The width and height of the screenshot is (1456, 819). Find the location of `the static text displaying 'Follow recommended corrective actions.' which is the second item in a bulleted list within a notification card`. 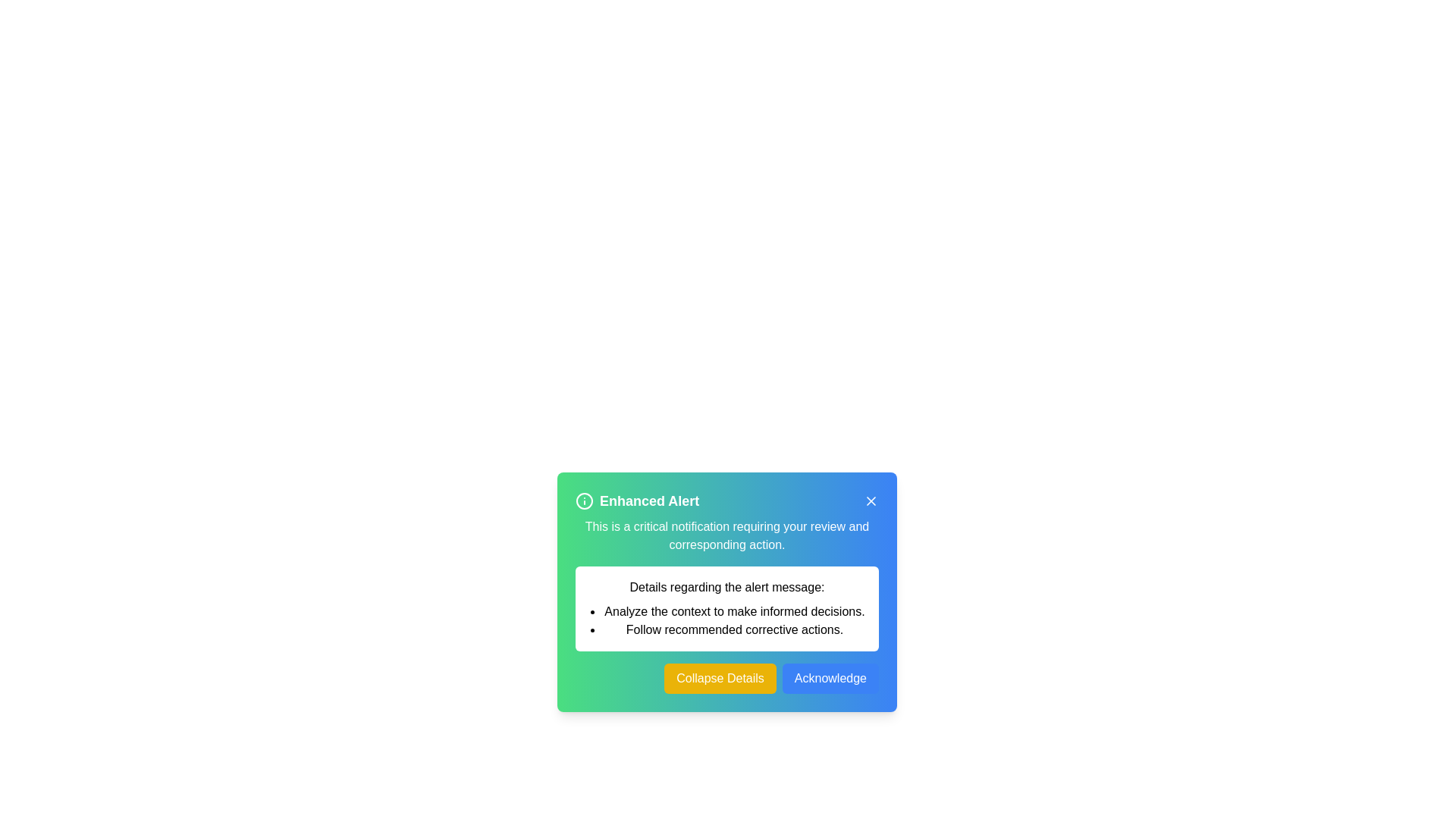

the static text displaying 'Follow recommended corrective actions.' which is the second item in a bulleted list within a notification card is located at coordinates (735, 629).